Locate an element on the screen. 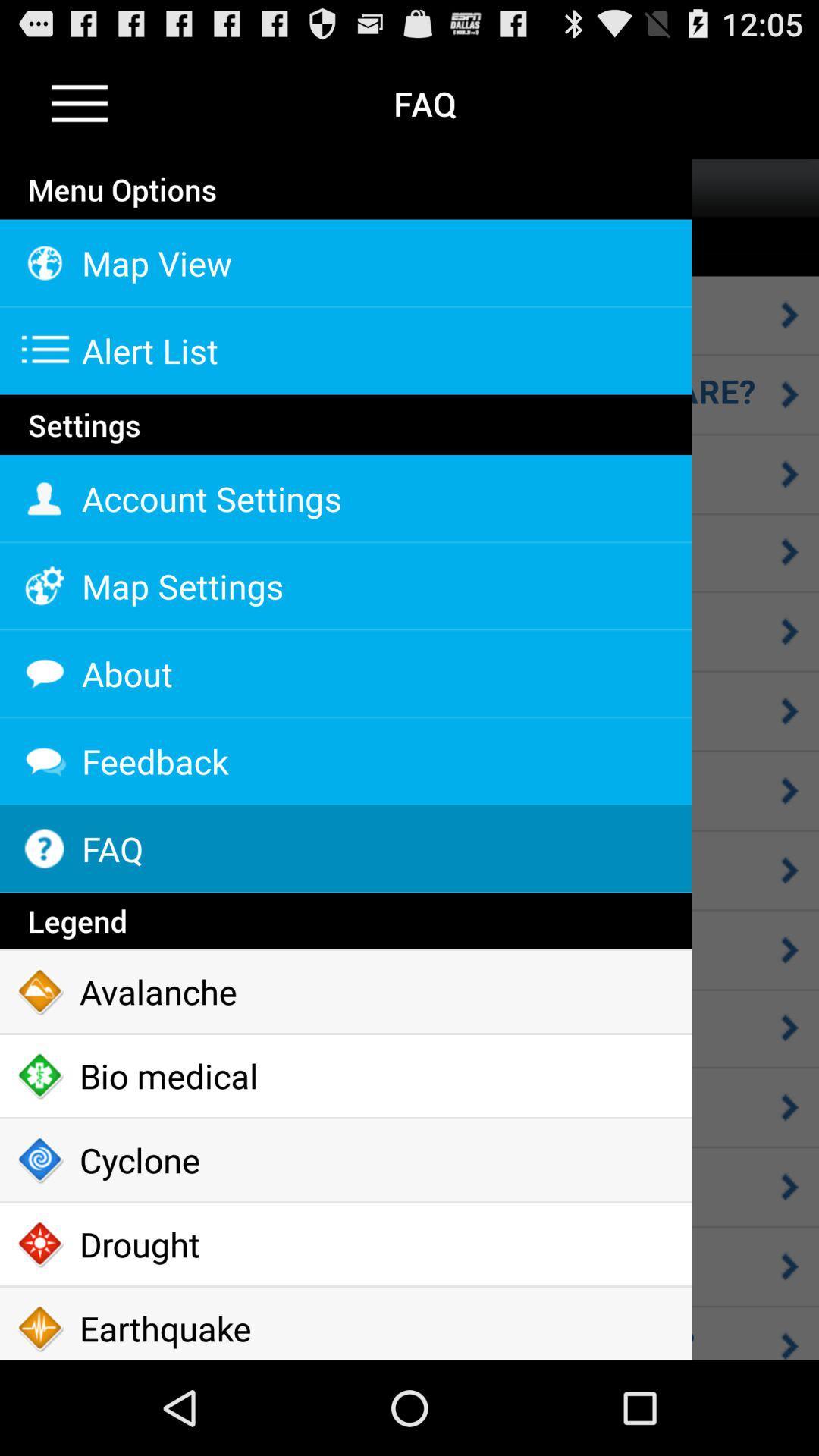 Image resolution: width=819 pixels, height=1456 pixels. legend item is located at coordinates (345, 920).